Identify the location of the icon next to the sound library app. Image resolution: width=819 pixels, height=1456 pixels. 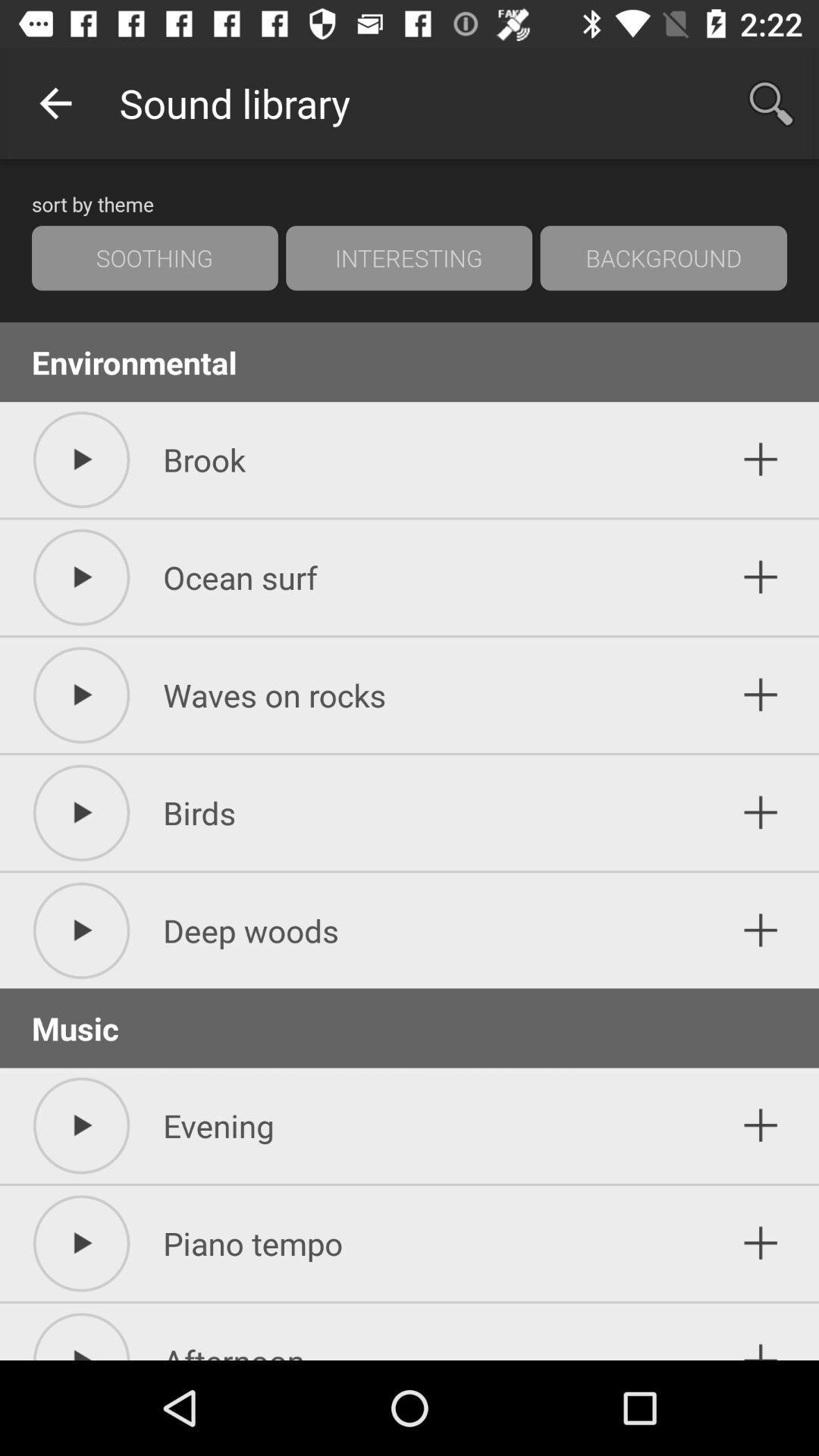
(55, 102).